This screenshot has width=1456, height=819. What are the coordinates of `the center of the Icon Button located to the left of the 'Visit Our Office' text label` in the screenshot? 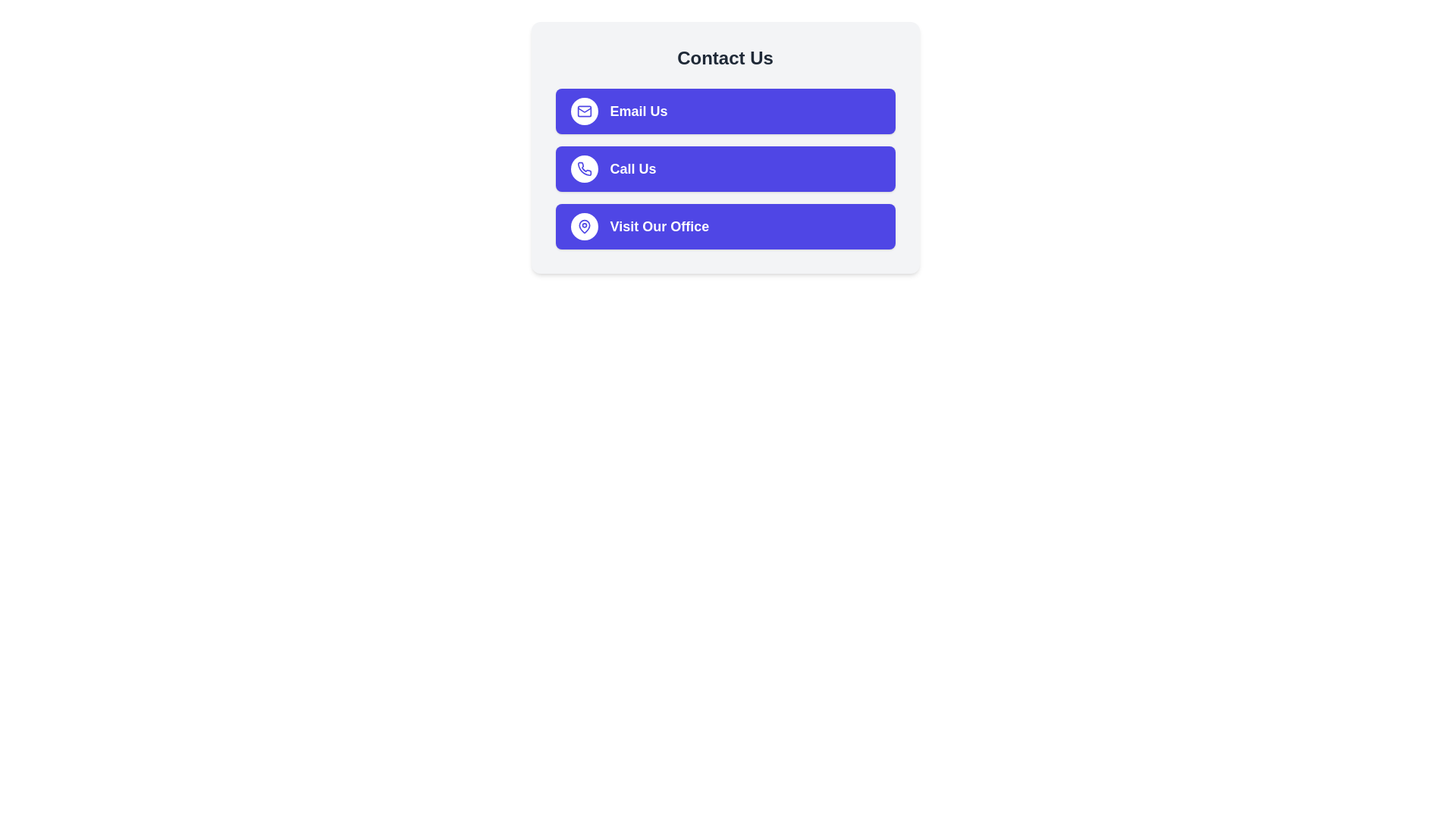 It's located at (583, 227).